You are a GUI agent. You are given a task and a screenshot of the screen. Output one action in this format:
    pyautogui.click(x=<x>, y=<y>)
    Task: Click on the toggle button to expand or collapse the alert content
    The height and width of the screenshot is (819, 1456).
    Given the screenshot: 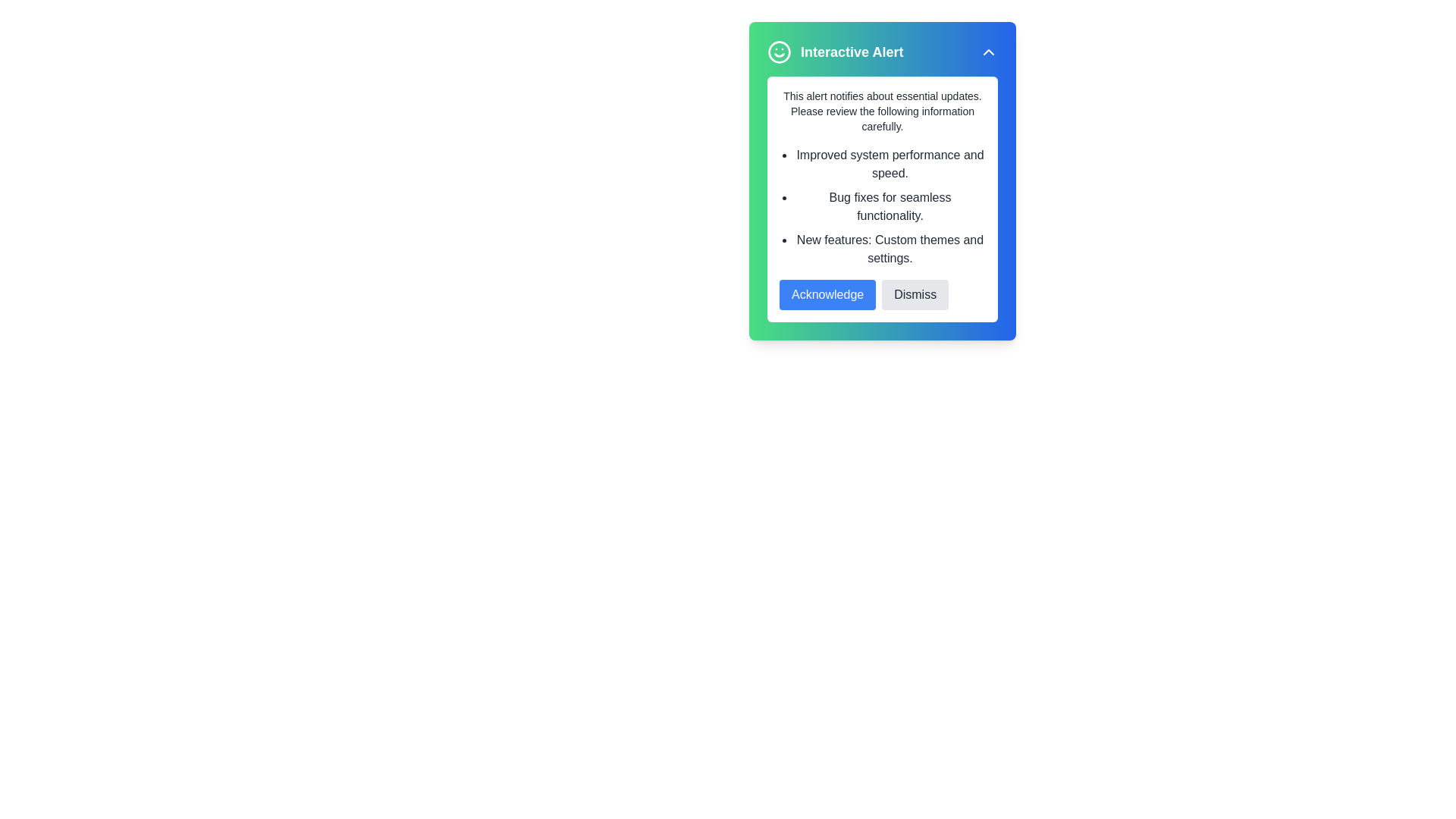 What is the action you would take?
    pyautogui.click(x=989, y=52)
    